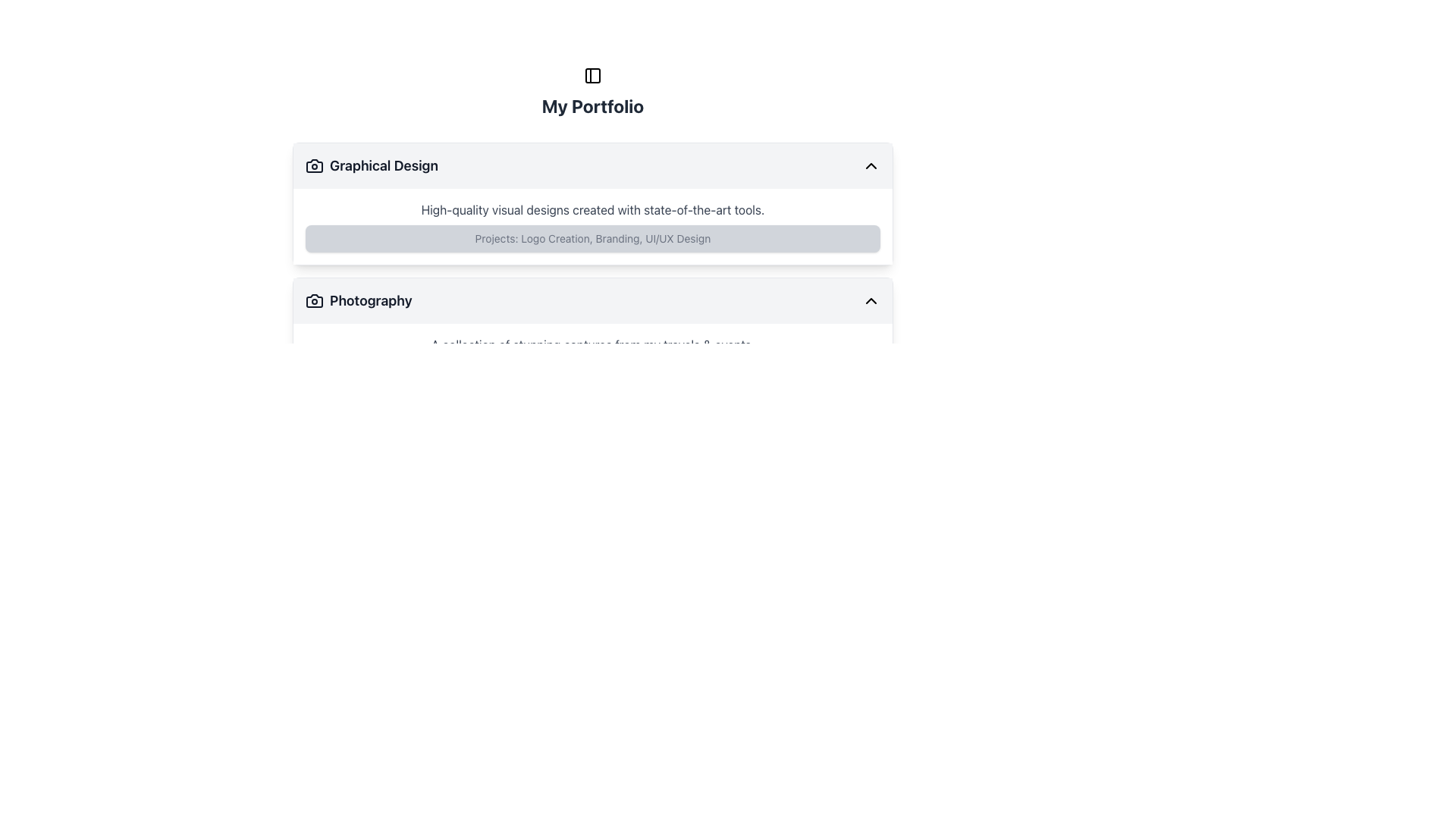 The image size is (1456, 819). I want to click on the upward-pointing chevron icon button with a black outline in the upper-right corner of the 'Graphical Design' section, so click(871, 166).